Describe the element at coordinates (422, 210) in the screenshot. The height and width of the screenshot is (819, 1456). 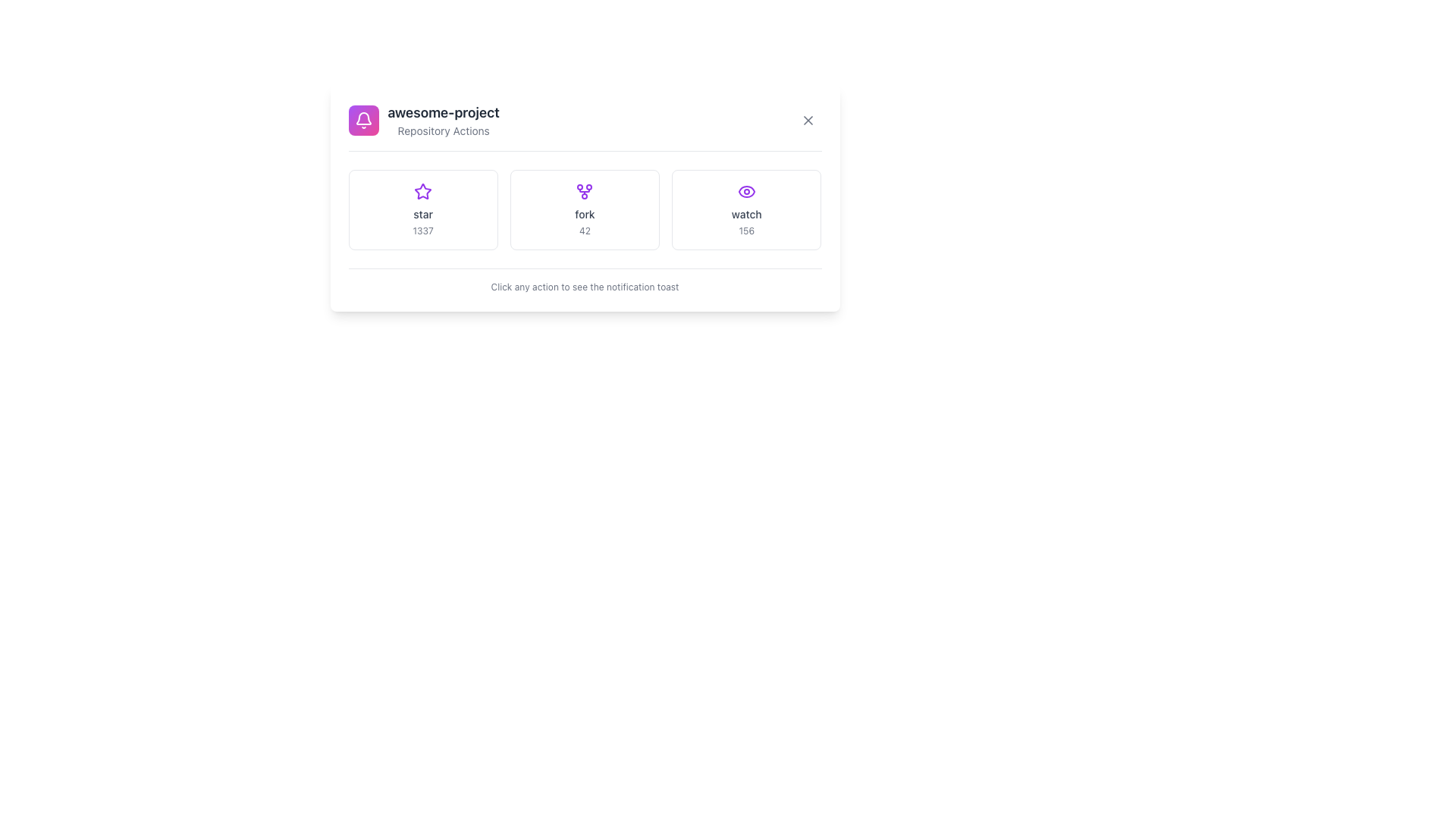
I see `the 'star' button representing a count of 1337, located as the first card in a horizontal row of three cards in the top-left corner of the grid layout` at that location.